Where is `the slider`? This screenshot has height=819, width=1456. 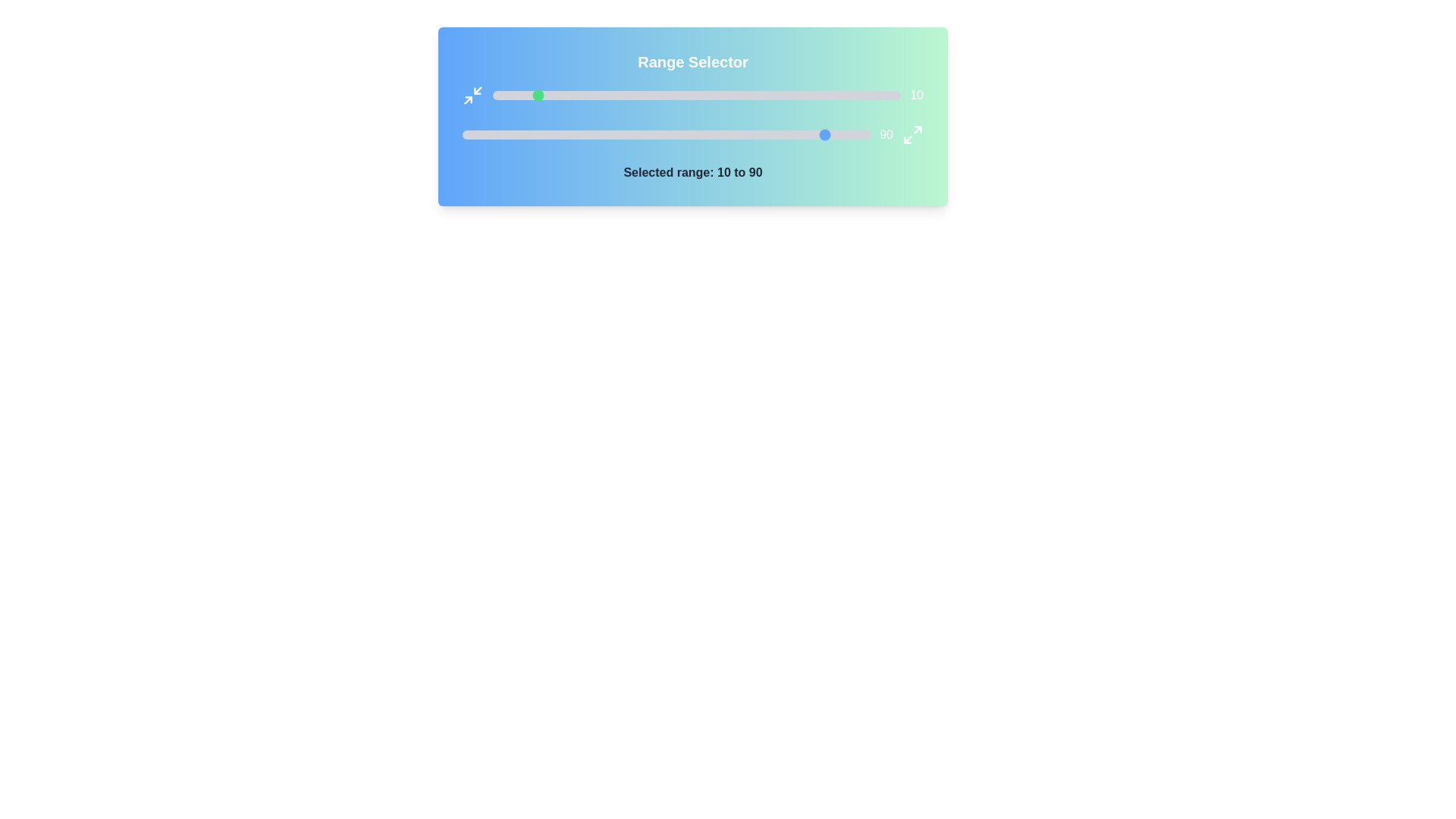 the slider is located at coordinates (529, 96).